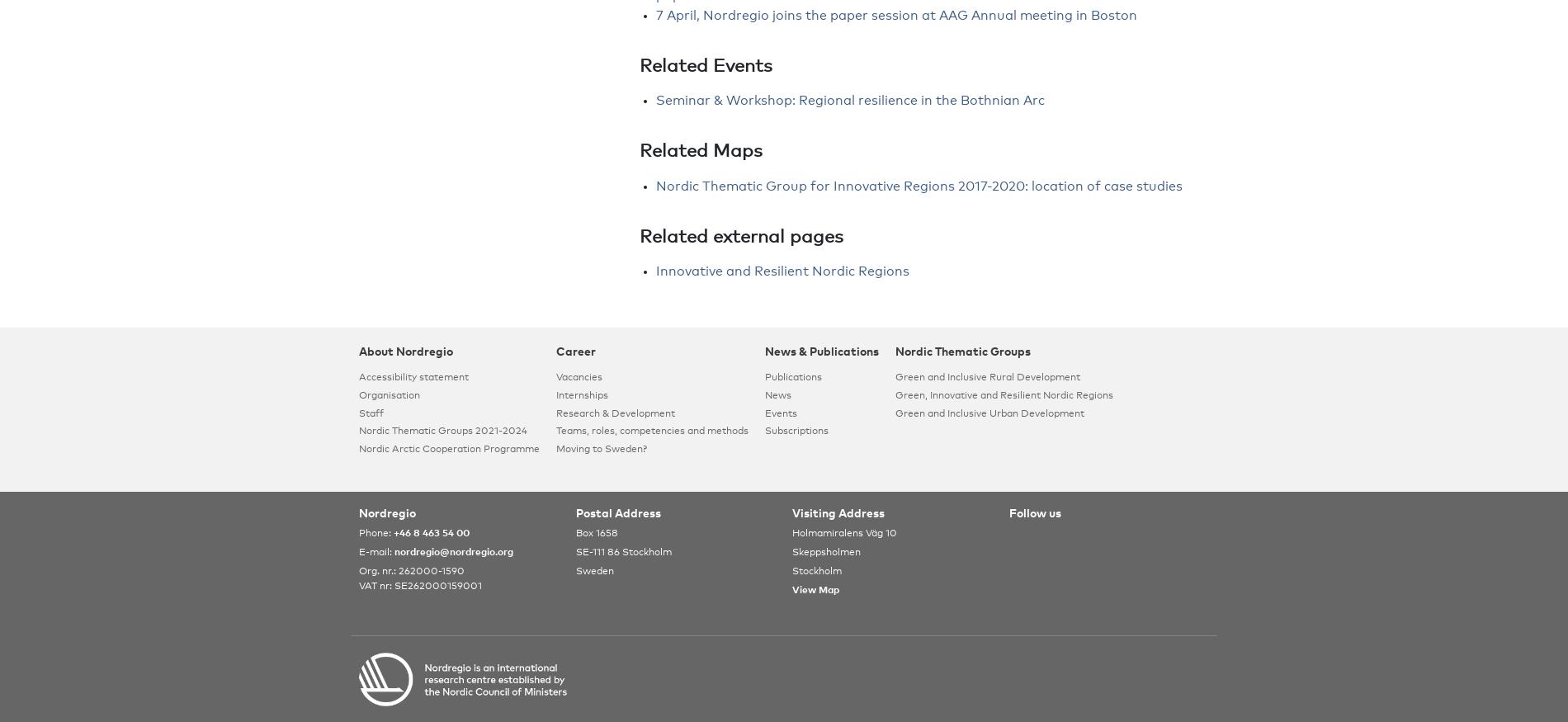  Describe the element at coordinates (386, 514) in the screenshot. I see `'Nordregio'` at that location.